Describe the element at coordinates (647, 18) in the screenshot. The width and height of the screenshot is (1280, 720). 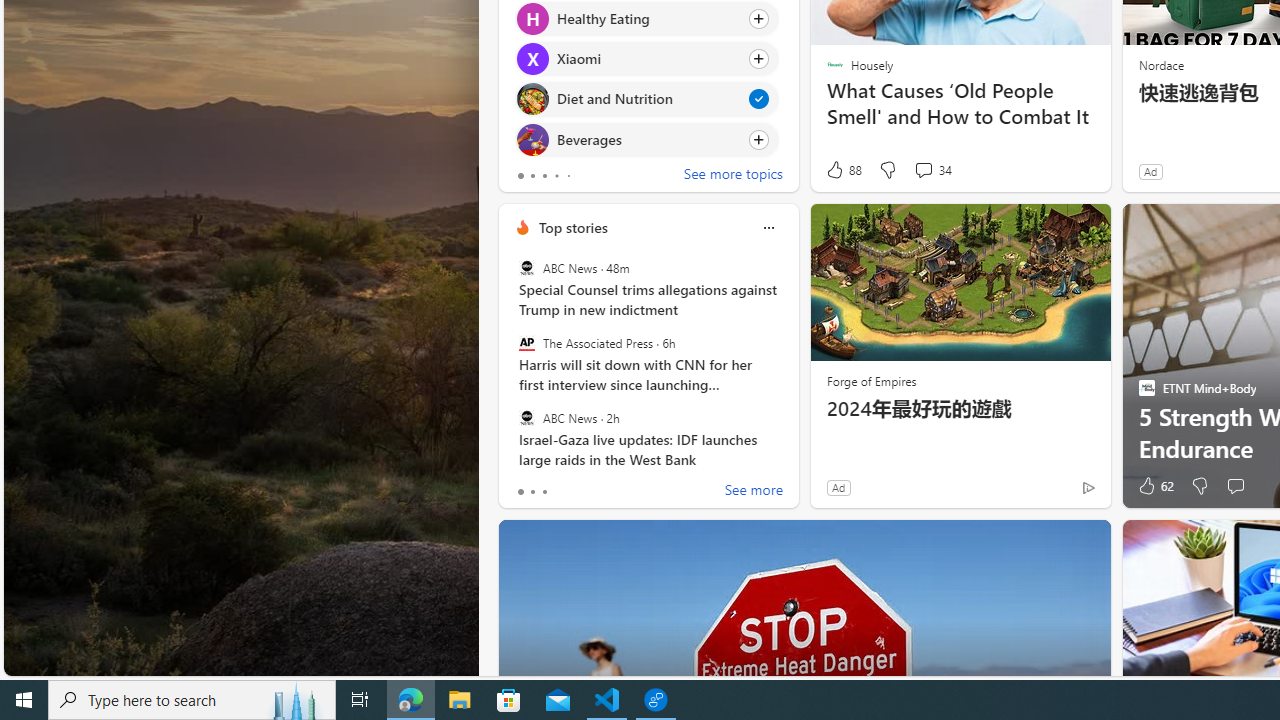
I see `'Click to follow topic Healthy Eating'` at that location.